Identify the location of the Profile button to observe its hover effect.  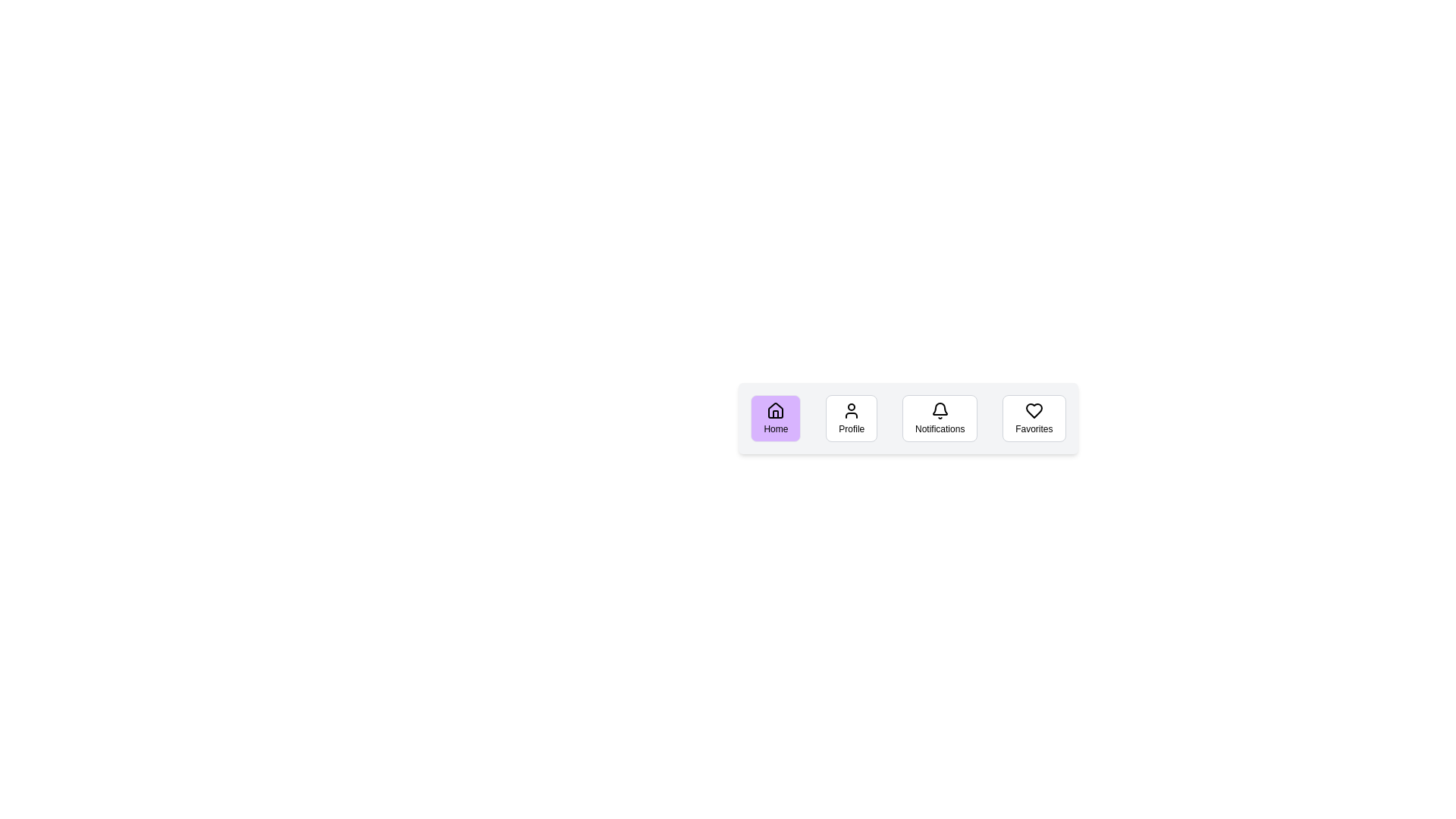
(852, 418).